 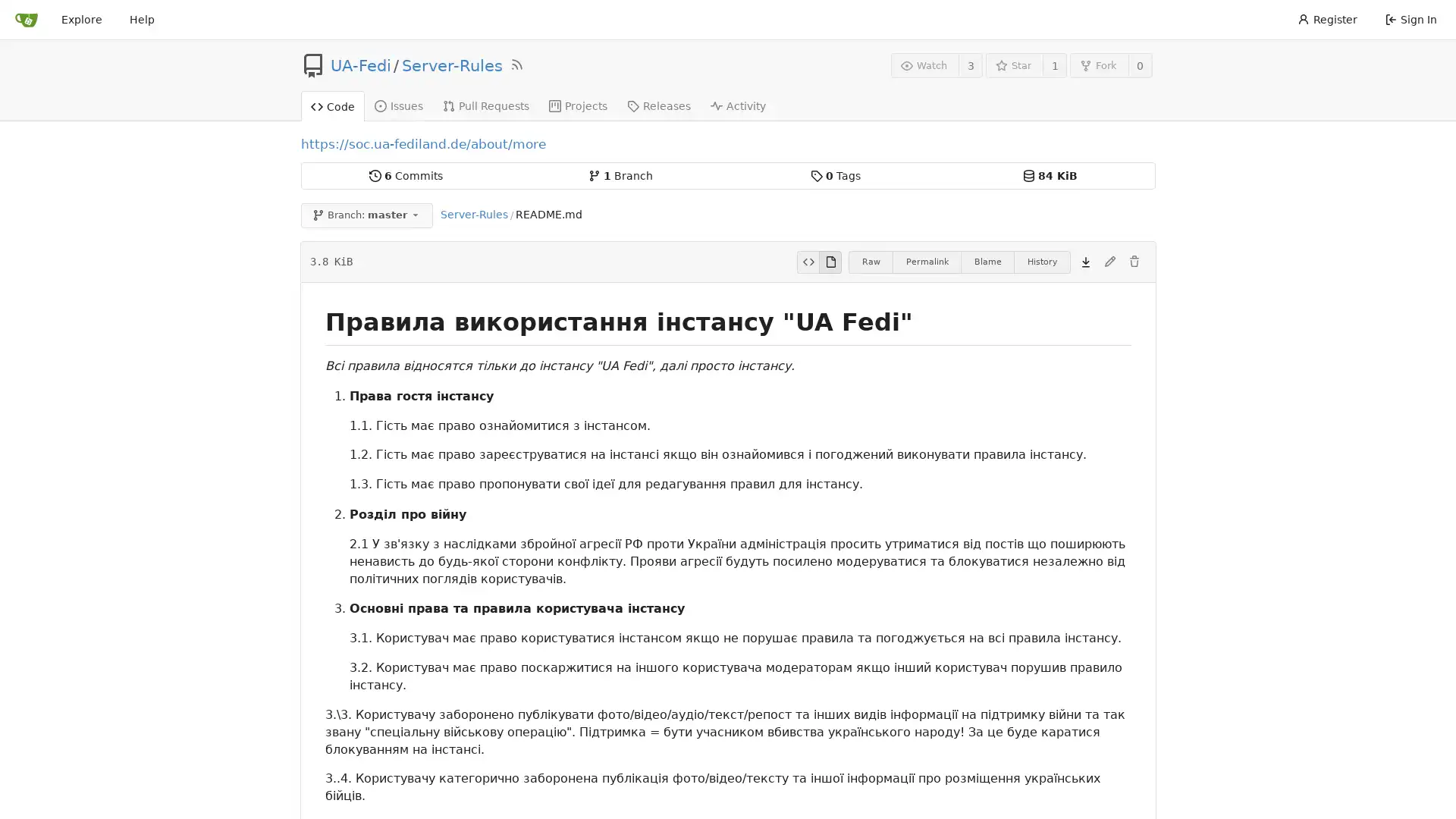 I want to click on Watch, so click(x=924, y=64).